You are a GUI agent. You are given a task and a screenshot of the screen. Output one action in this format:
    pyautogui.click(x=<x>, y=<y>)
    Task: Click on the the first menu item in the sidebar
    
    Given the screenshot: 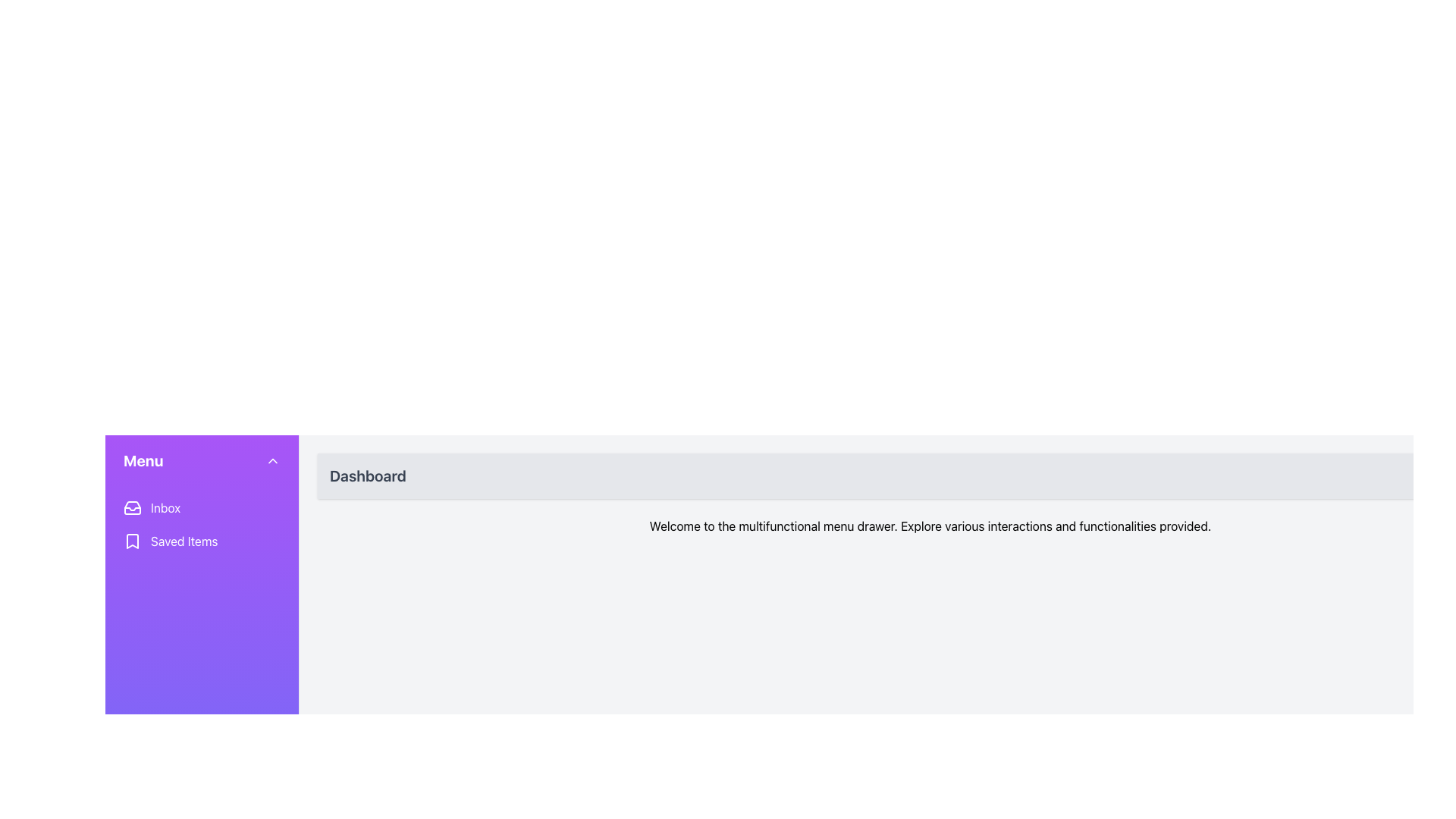 What is the action you would take?
    pyautogui.click(x=201, y=508)
    